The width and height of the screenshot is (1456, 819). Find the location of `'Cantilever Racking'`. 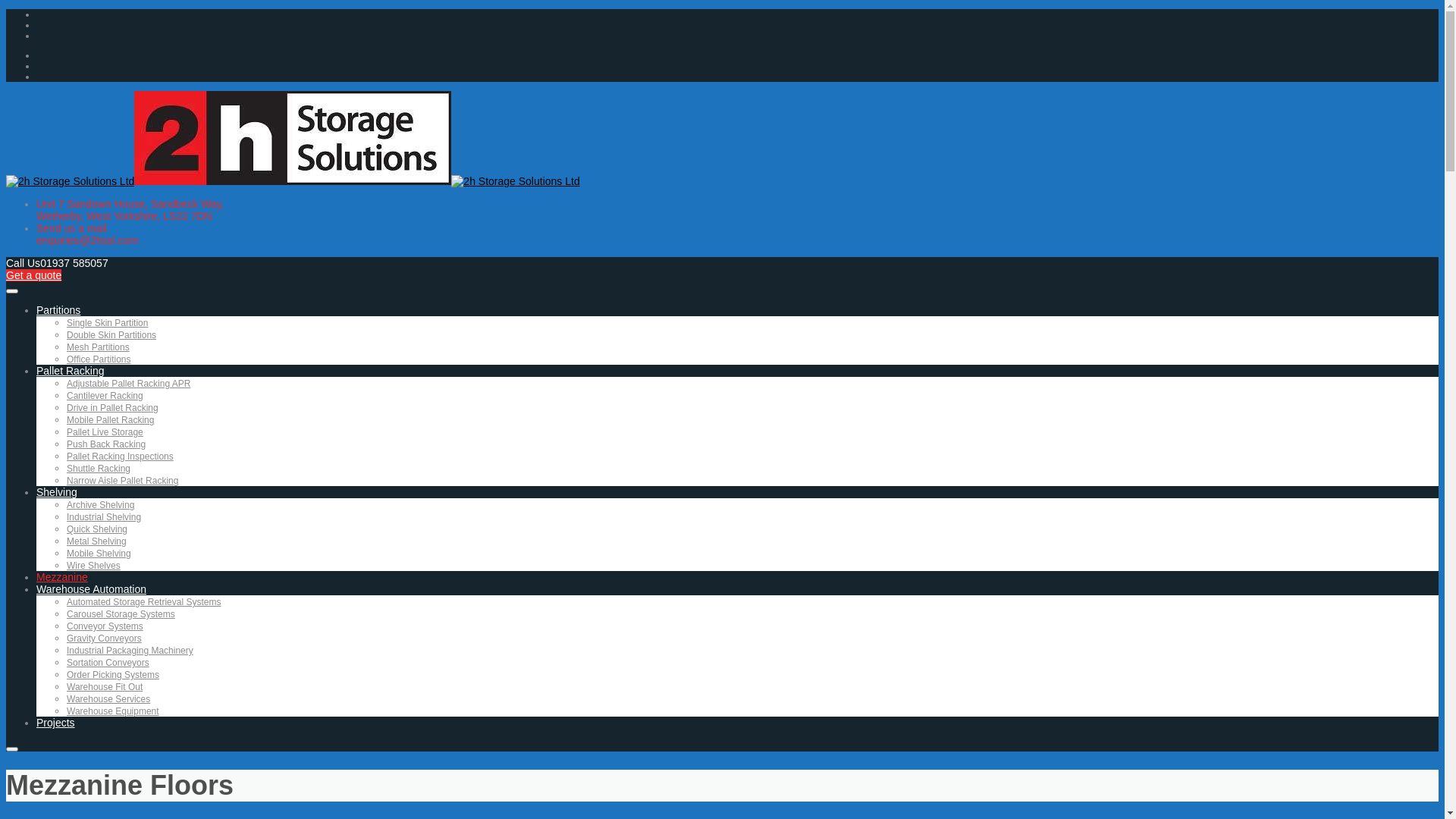

'Cantilever Racking' is located at coordinates (104, 394).